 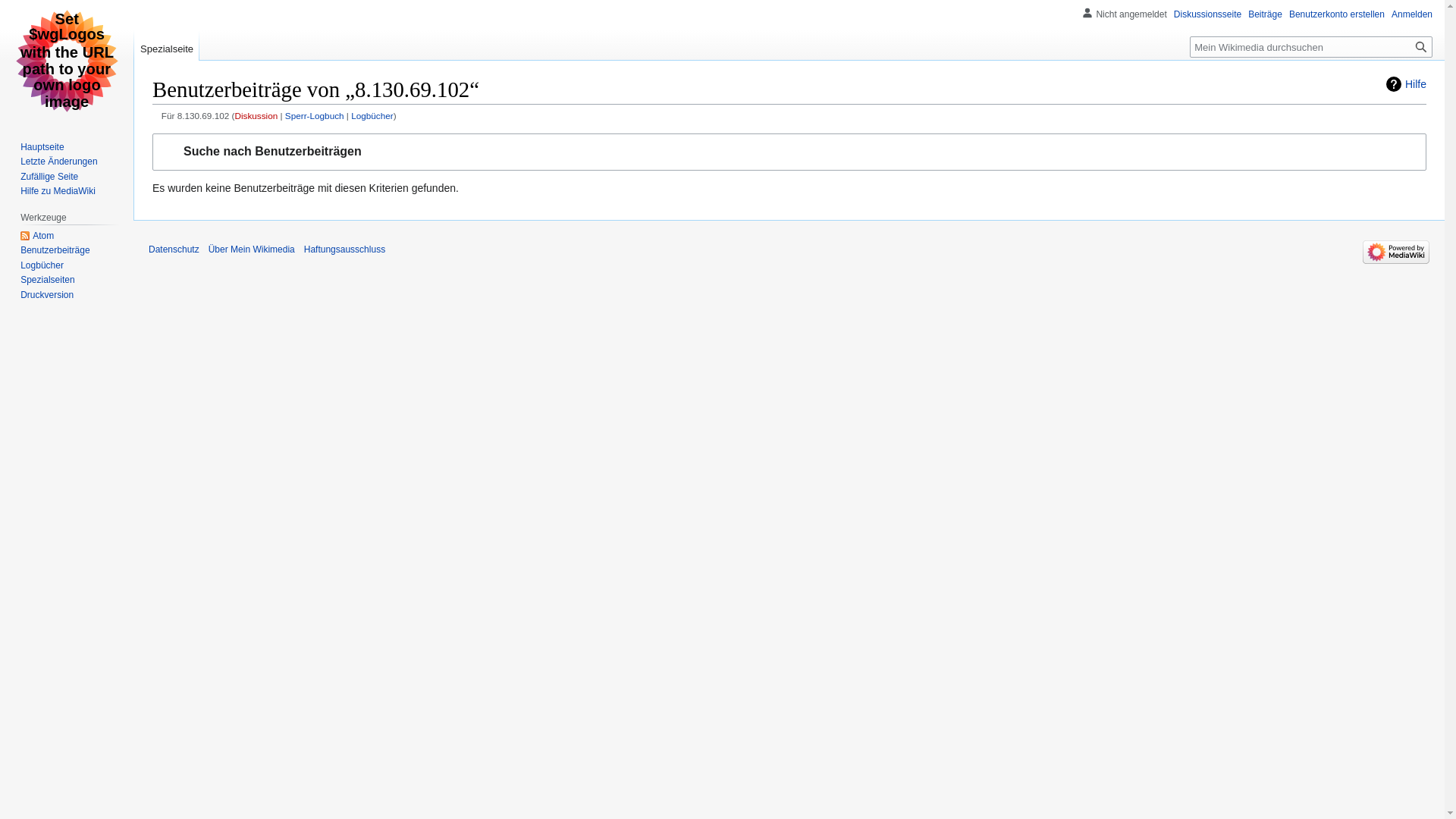 I want to click on 'Druckversion', so click(x=47, y=295).